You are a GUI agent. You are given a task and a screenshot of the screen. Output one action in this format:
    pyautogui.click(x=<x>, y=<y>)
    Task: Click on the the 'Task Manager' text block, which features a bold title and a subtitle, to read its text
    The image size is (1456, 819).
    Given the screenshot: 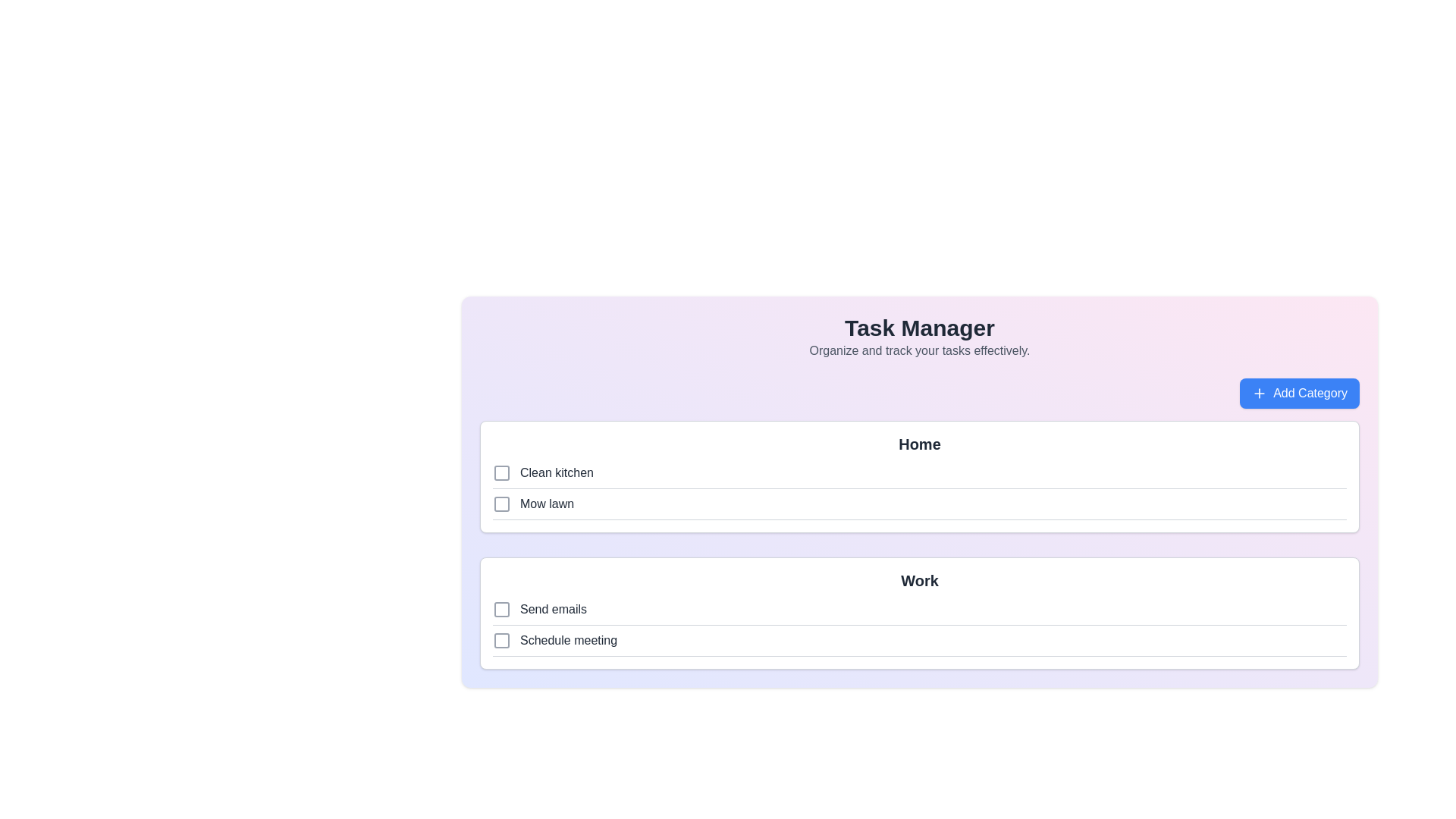 What is the action you would take?
    pyautogui.click(x=919, y=336)
    